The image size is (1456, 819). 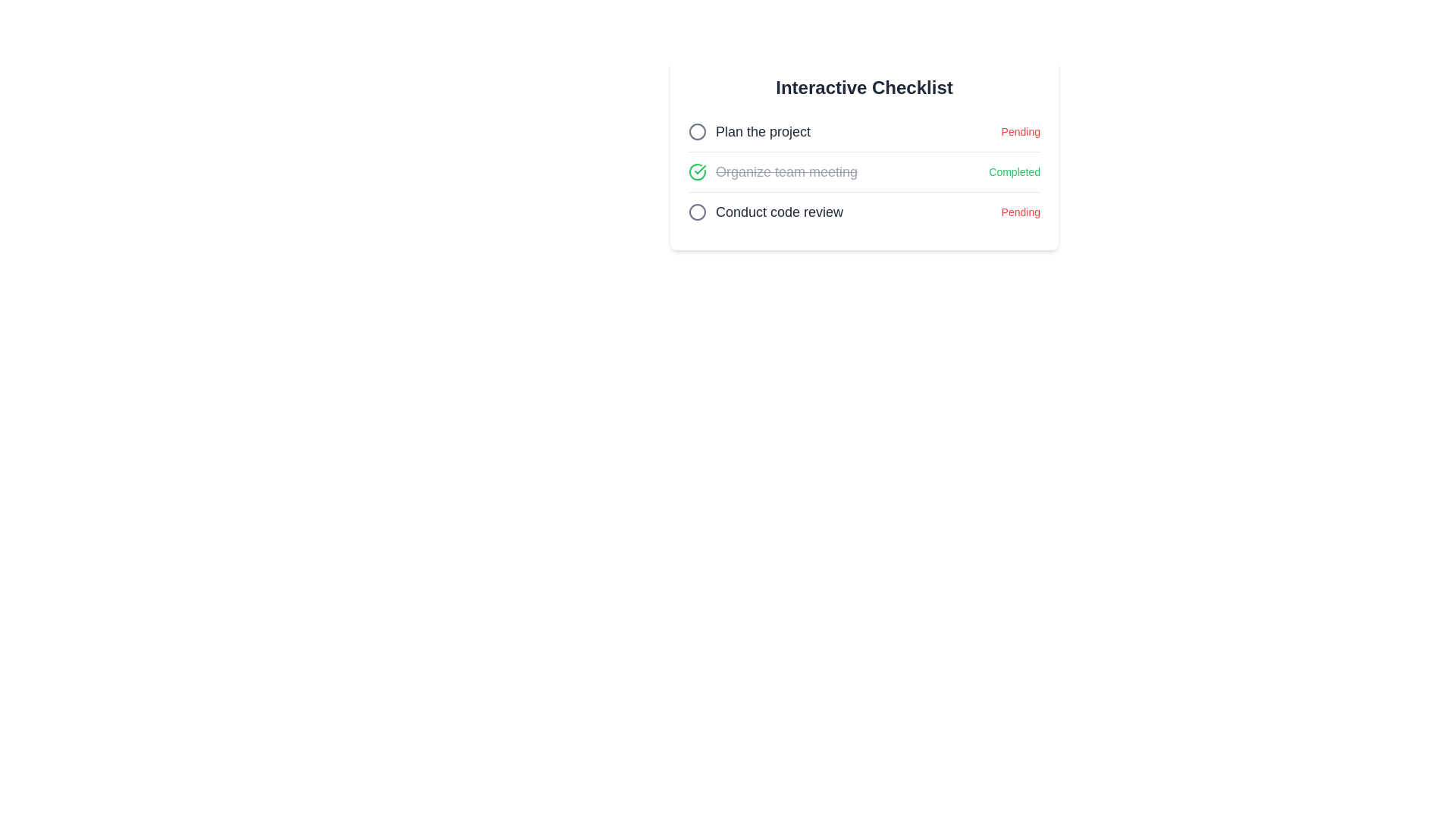 I want to click on the checkmark icon representing a completed task in the checklist next to 'Organize team meeting', so click(x=699, y=169).